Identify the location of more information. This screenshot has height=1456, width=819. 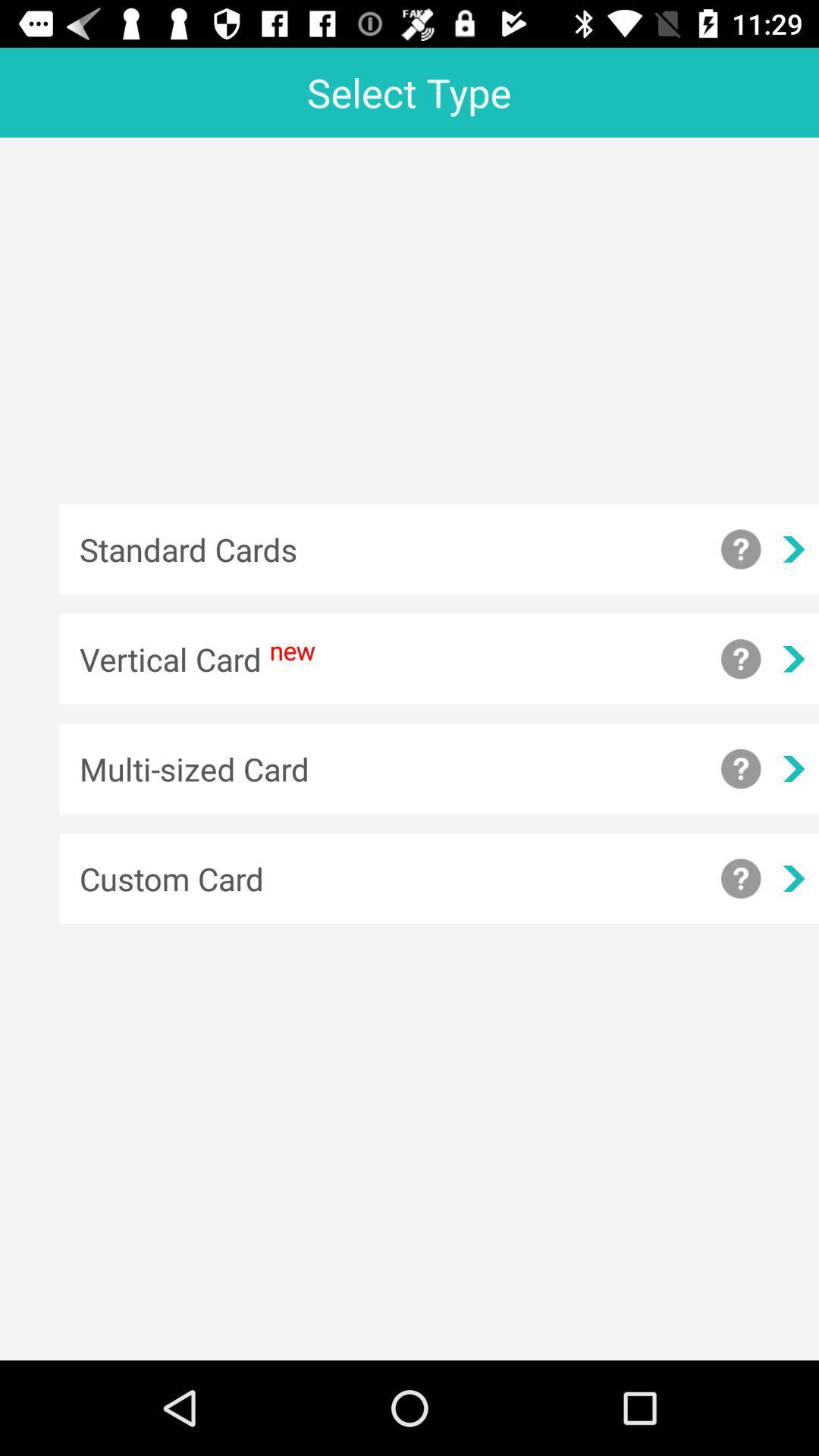
(740, 768).